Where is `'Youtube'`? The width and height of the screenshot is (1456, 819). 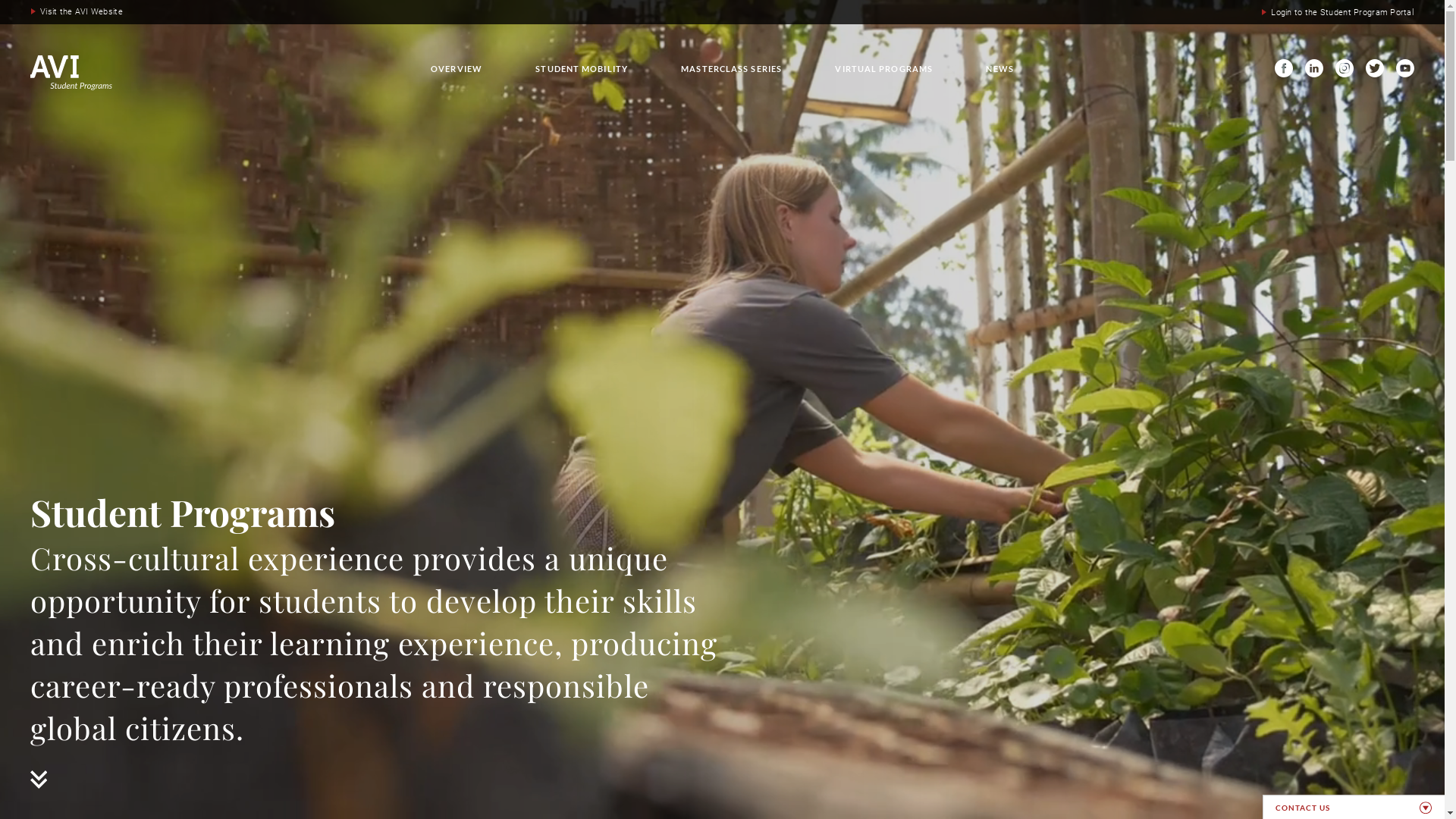 'Youtube' is located at coordinates (1404, 67).